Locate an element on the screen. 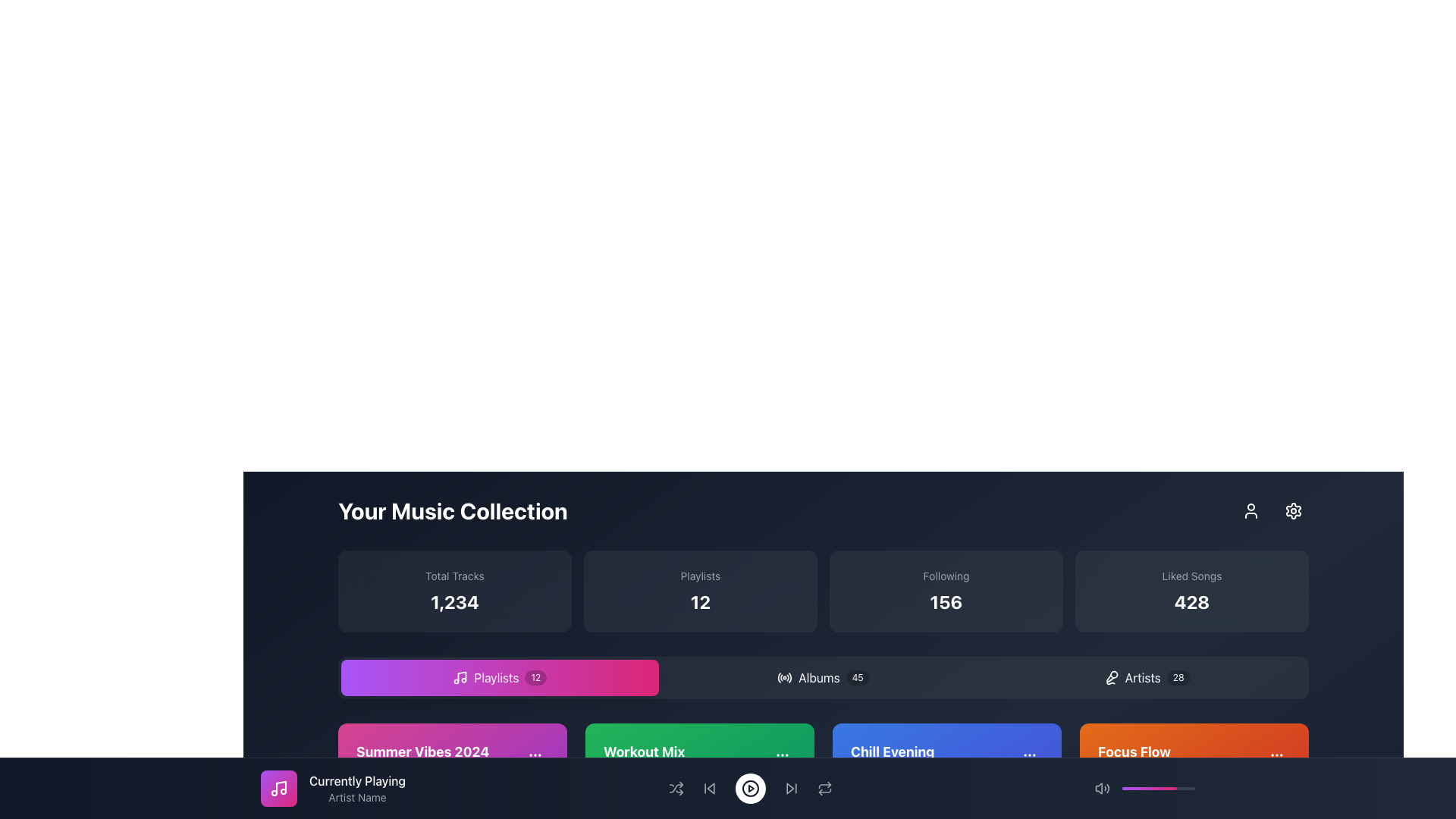 The image size is (1456, 819). the circular play button with a filled black background and a thin white border, which has a triangular play icon centered within it, to play or pause the media is located at coordinates (750, 788).